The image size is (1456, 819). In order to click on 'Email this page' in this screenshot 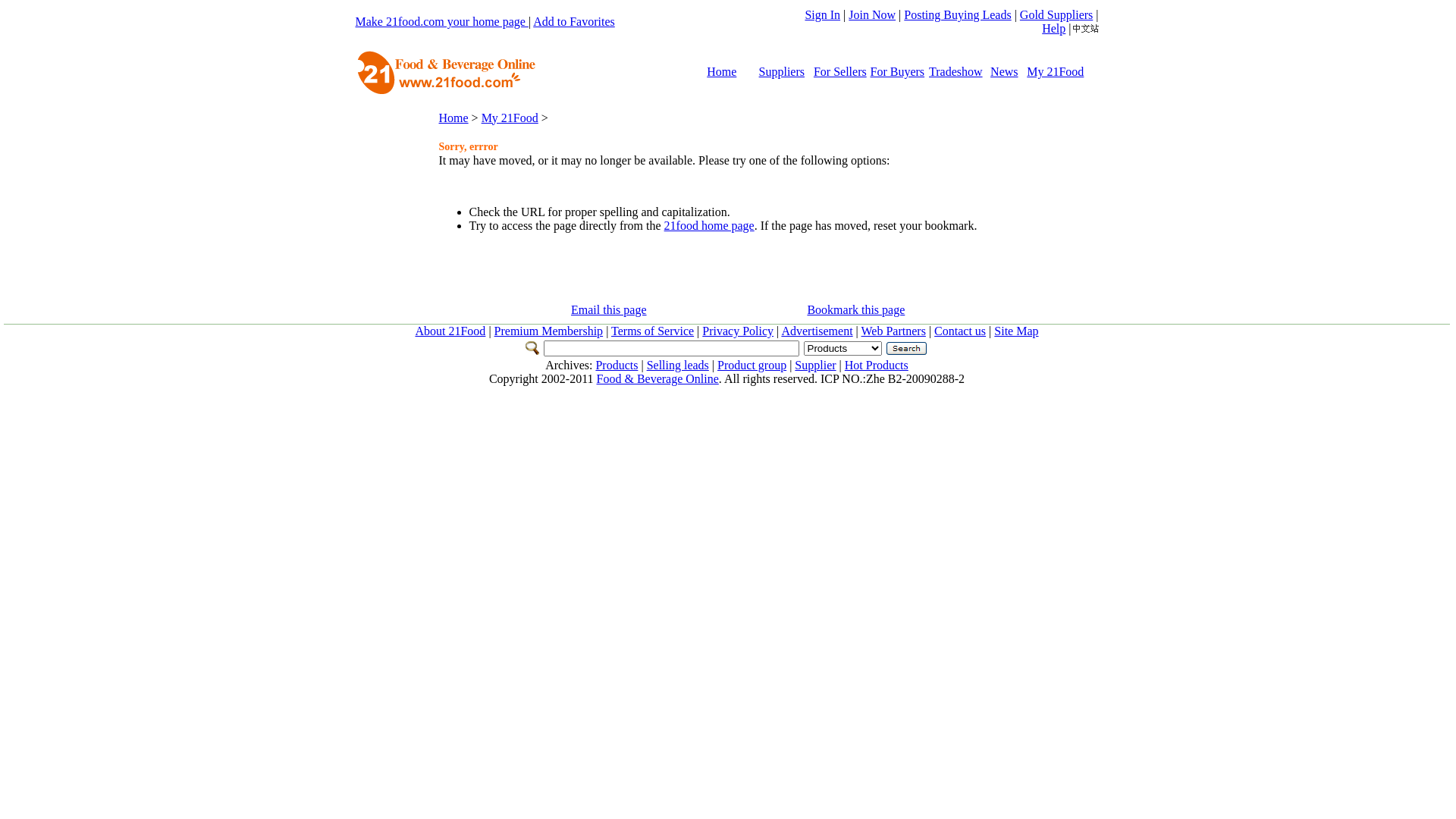, I will do `click(608, 309)`.